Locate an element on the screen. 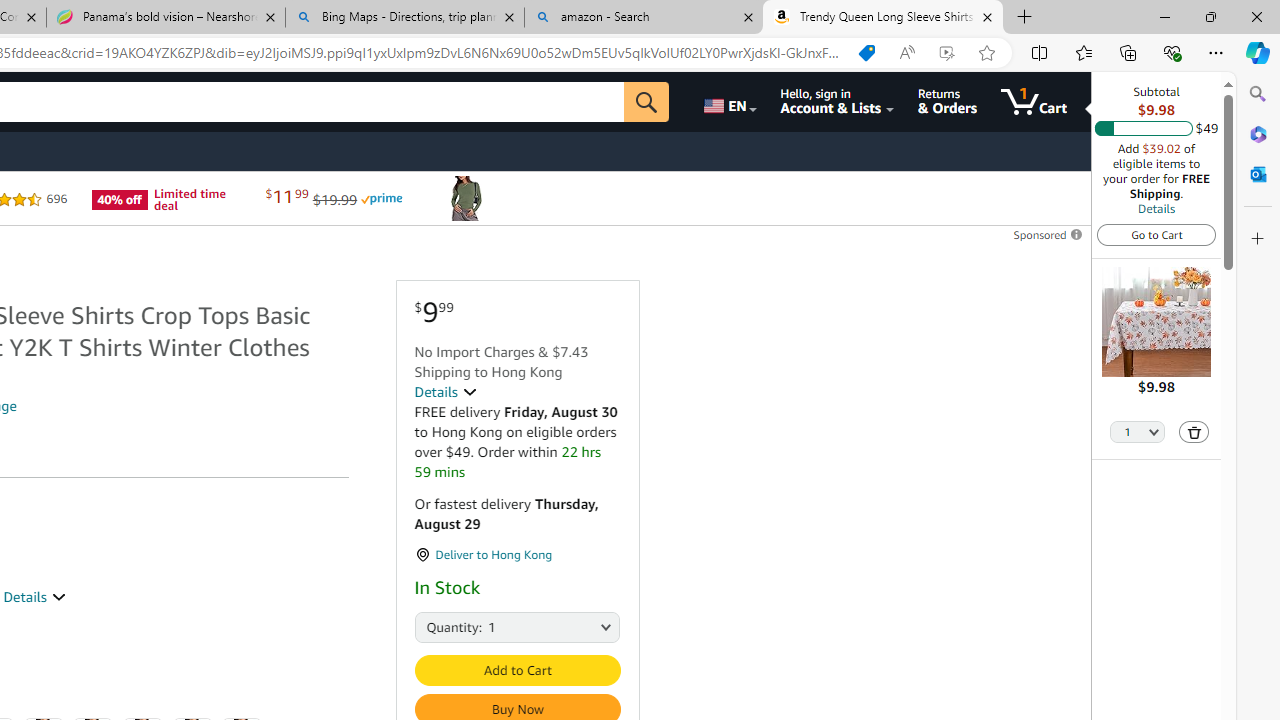 The width and height of the screenshot is (1280, 720). 'amazon - Search' is located at coordinates (643, 17).